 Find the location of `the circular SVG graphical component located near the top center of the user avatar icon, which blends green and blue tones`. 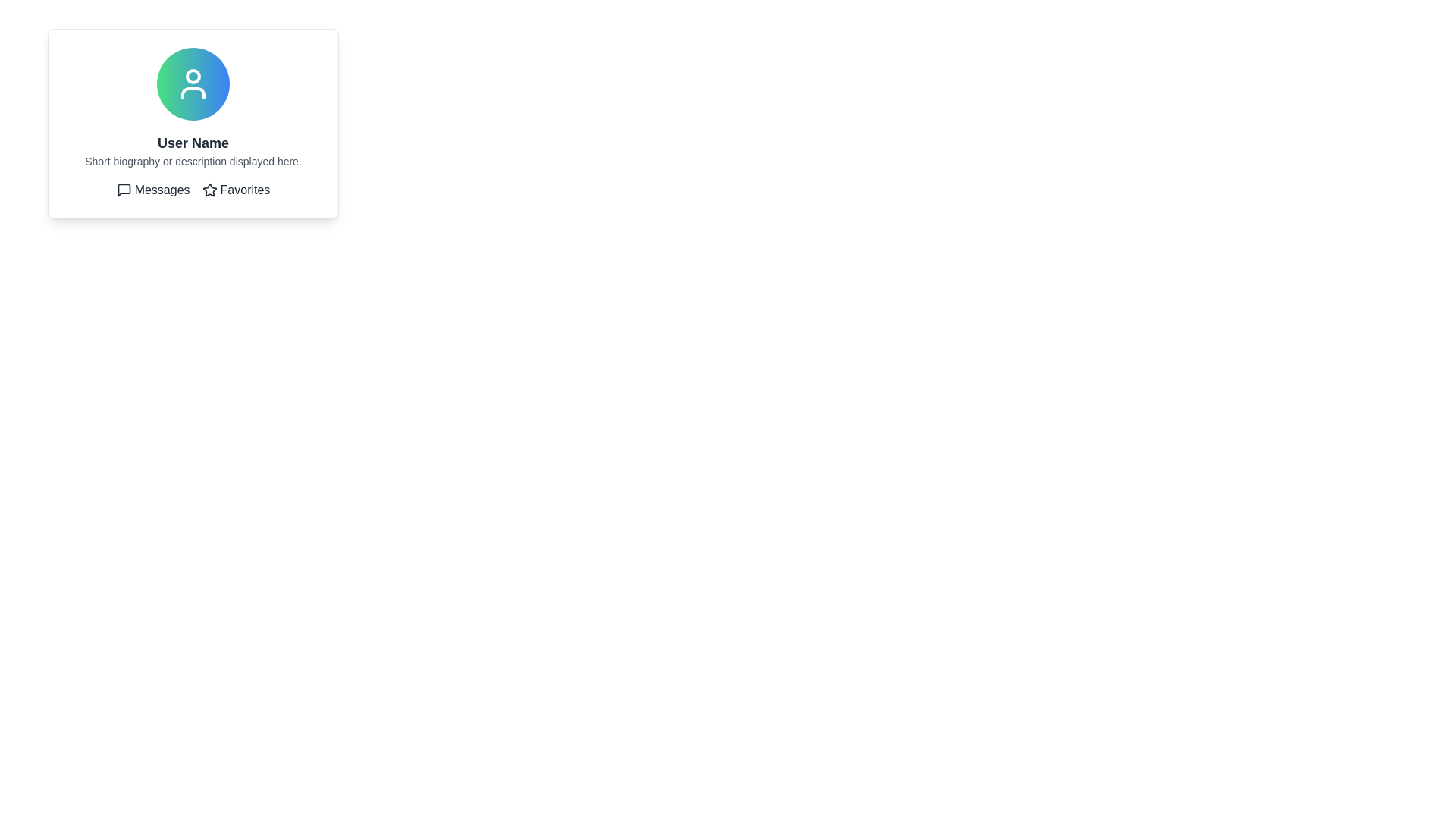

the circular SVG graphical component located near the top center of the user avatar icon, which blends green and blue tones is located at coordinates (192, 76).